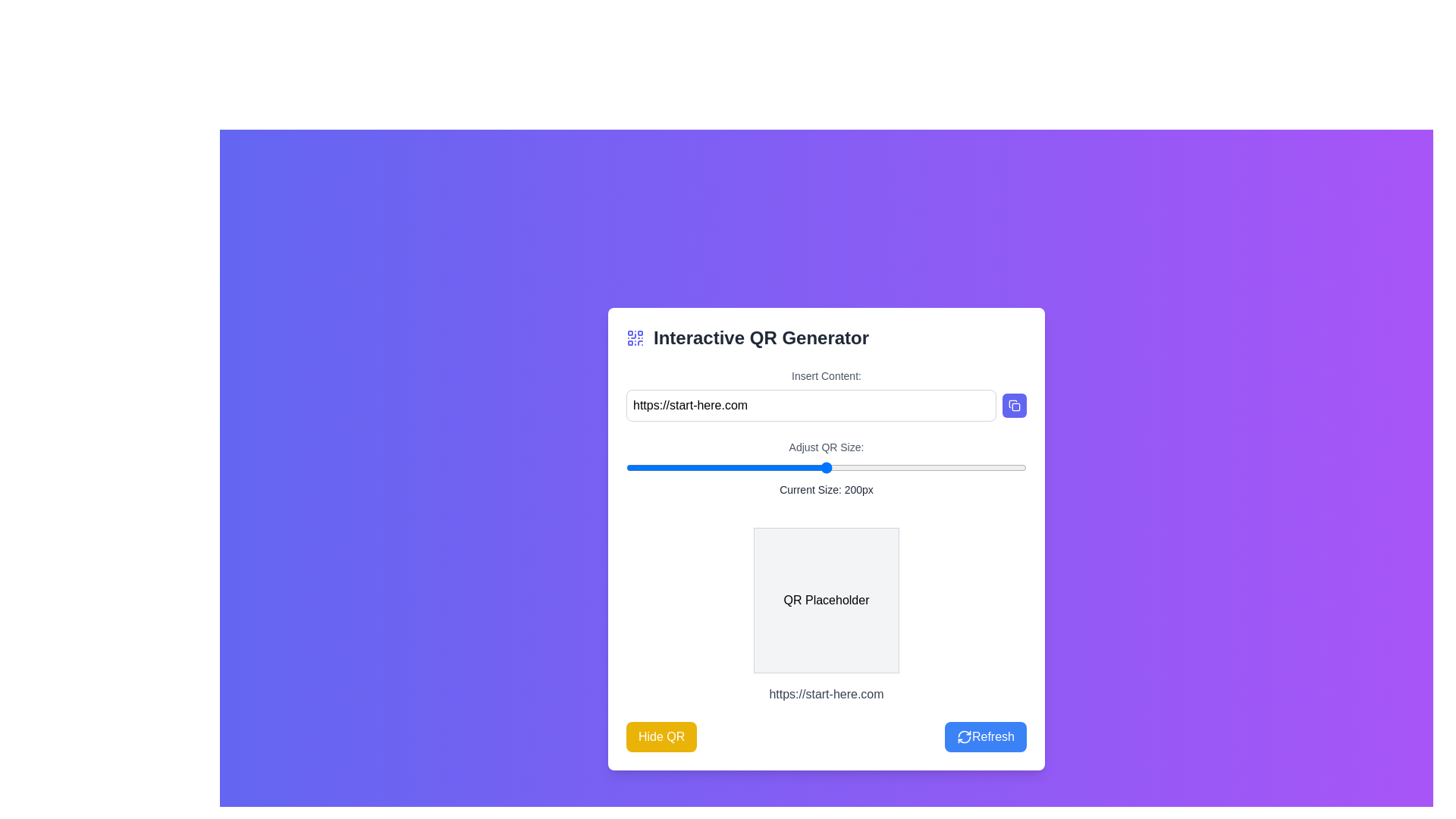 Image resolution: width=1456 pixels, height=819 pixels. I want to click on the QR code size, so click(708, 467).